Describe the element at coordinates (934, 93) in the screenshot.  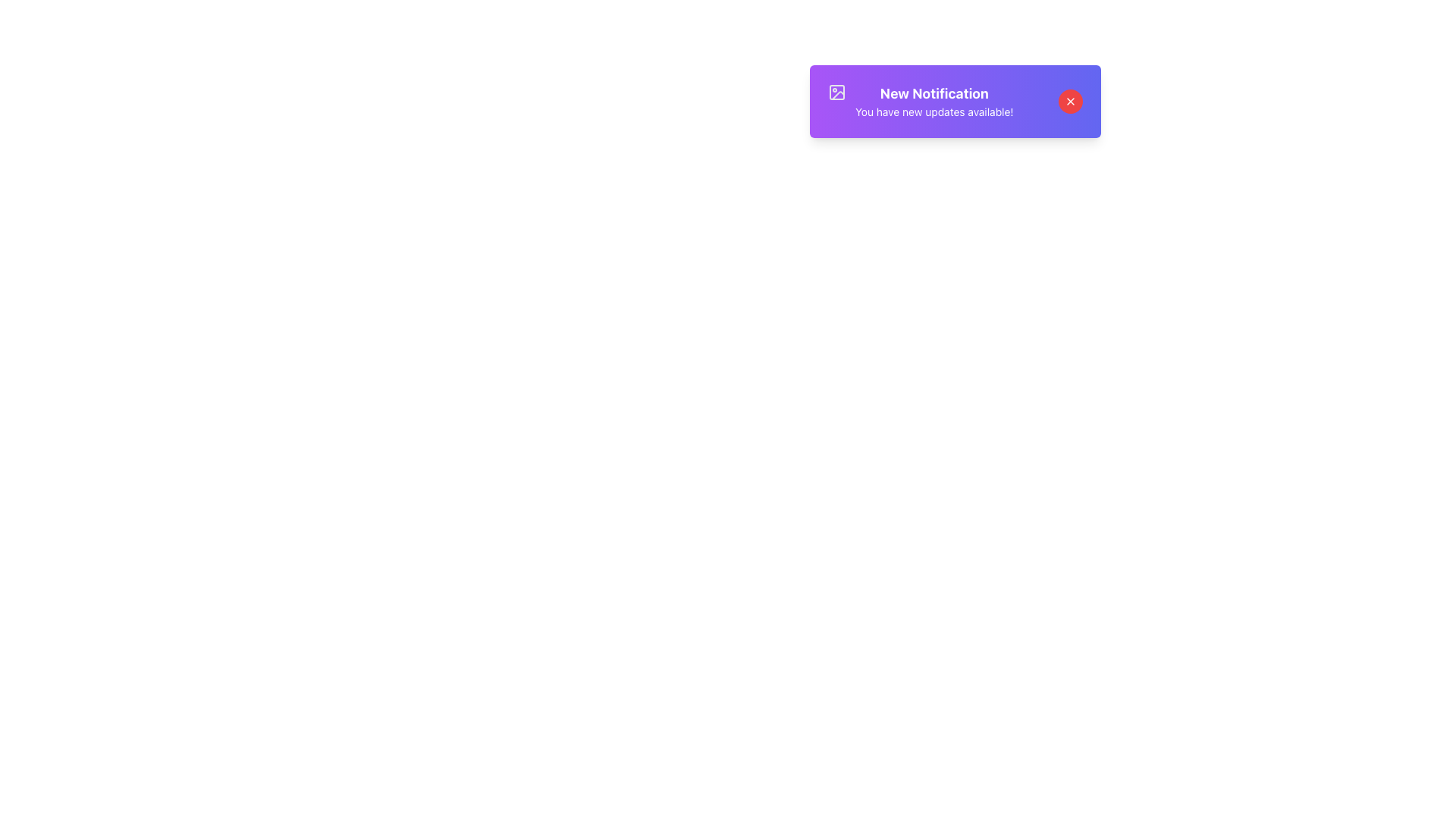
I see `the bold headline text 'New Notification' located prominently at the top section of a notification card, which has a white font color on a gradient purple background` at that location.